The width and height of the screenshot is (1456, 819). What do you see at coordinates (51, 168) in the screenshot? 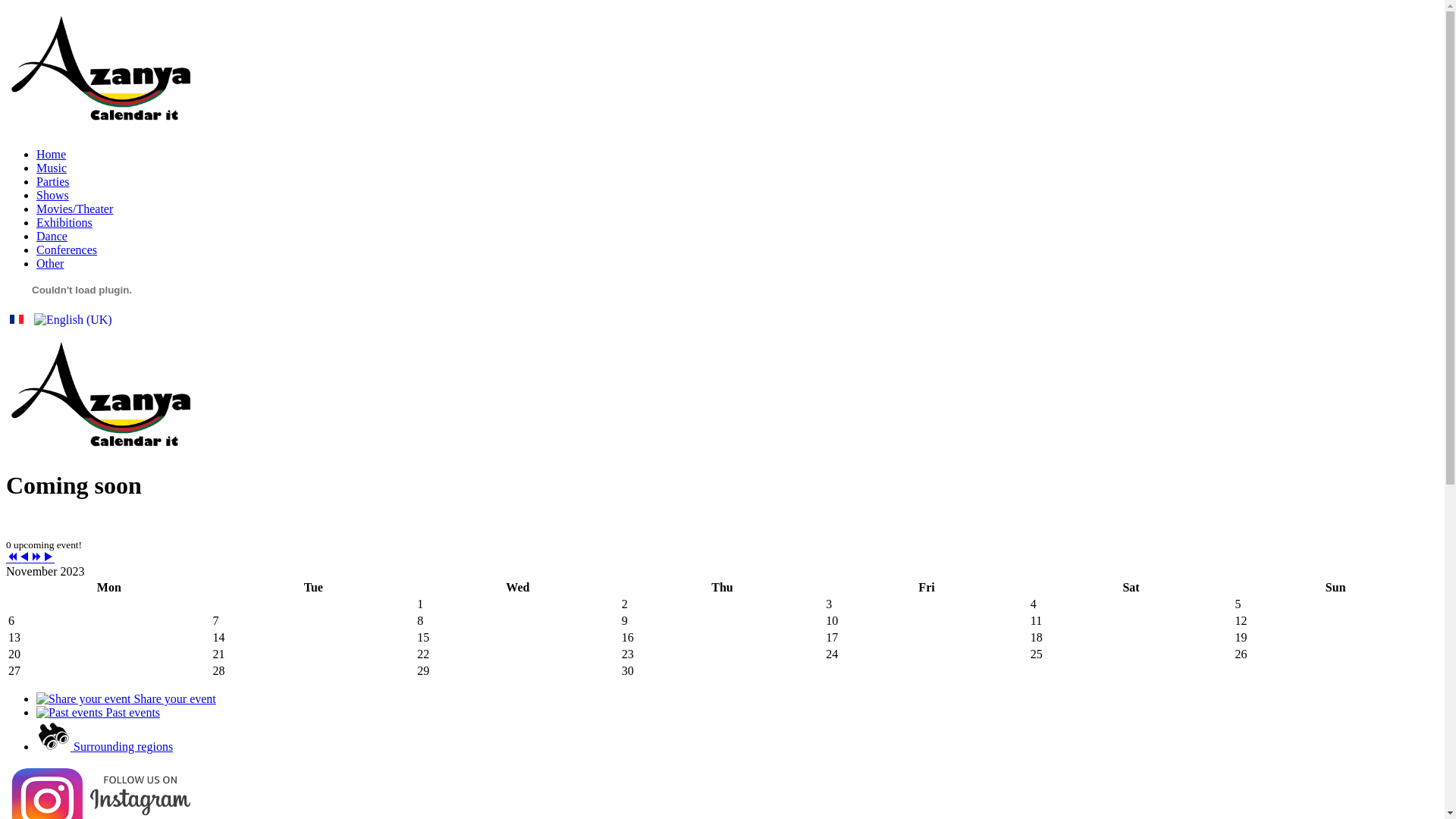
I see `'Music'` at bounding box center [51, 168].